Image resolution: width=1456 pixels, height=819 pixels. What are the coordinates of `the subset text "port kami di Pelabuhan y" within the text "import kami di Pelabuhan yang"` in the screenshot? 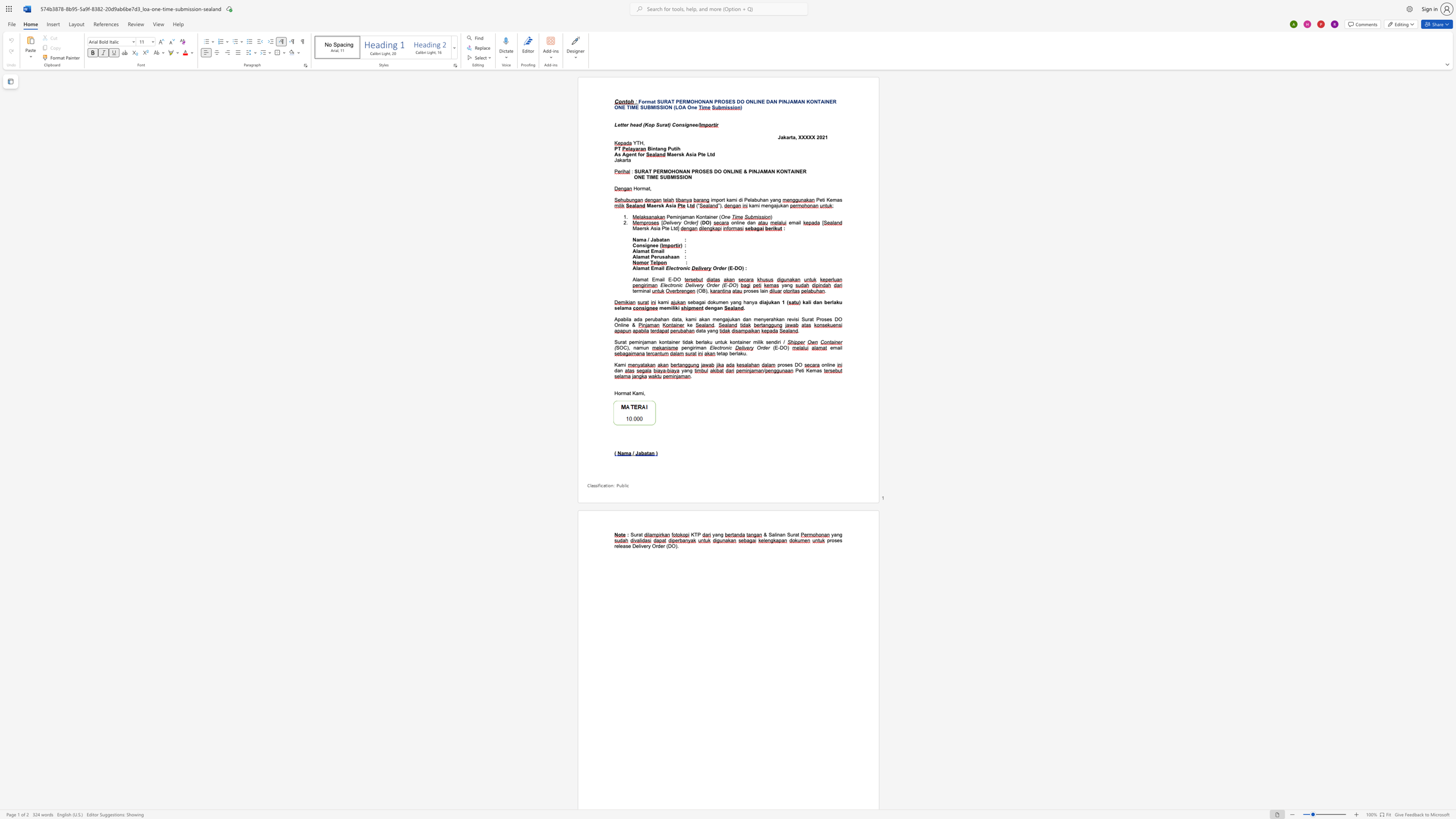 It's located at (715, 200).